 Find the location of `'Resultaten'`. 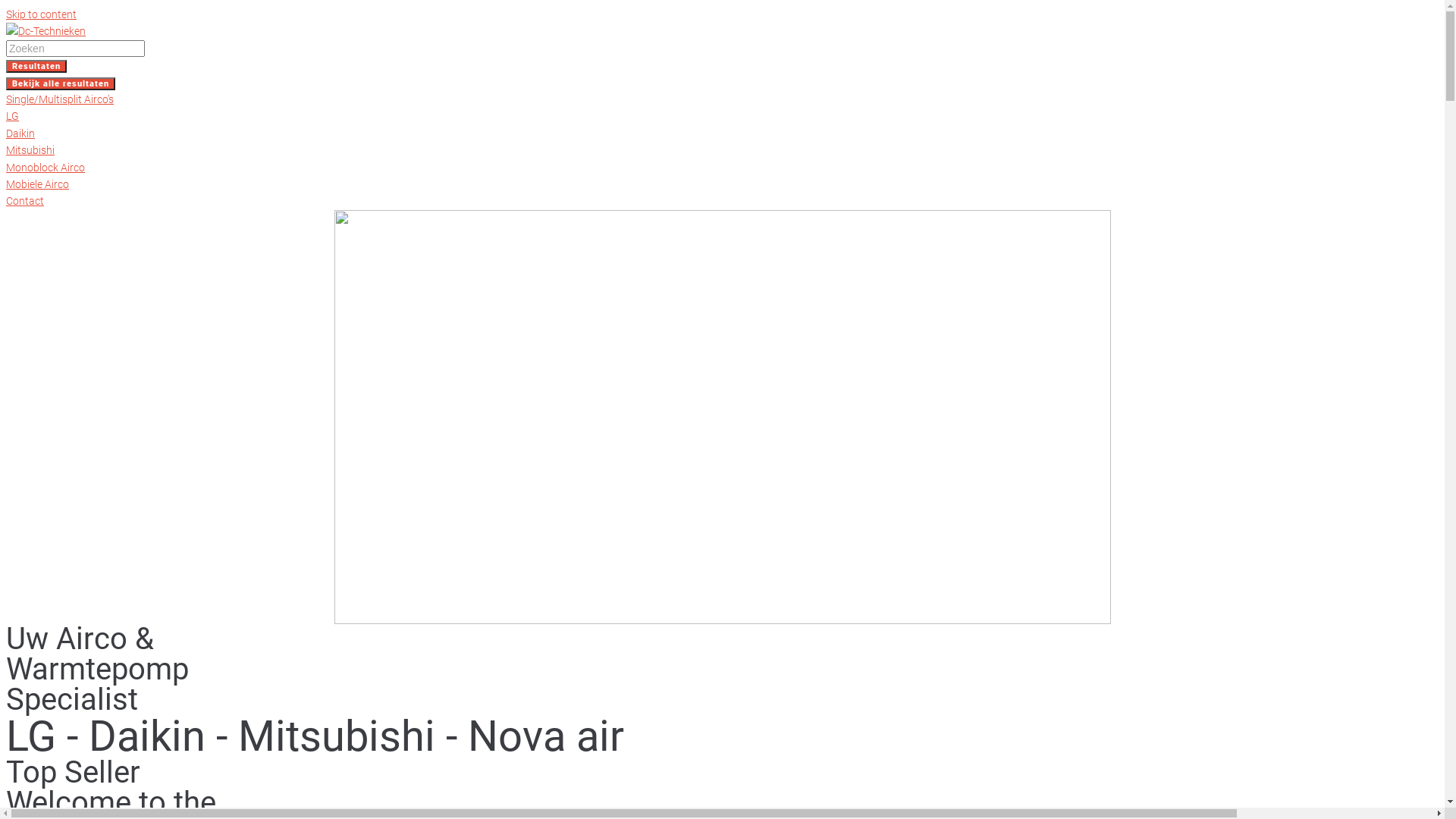

'Resultaten' is located at coordinates (36, 65).